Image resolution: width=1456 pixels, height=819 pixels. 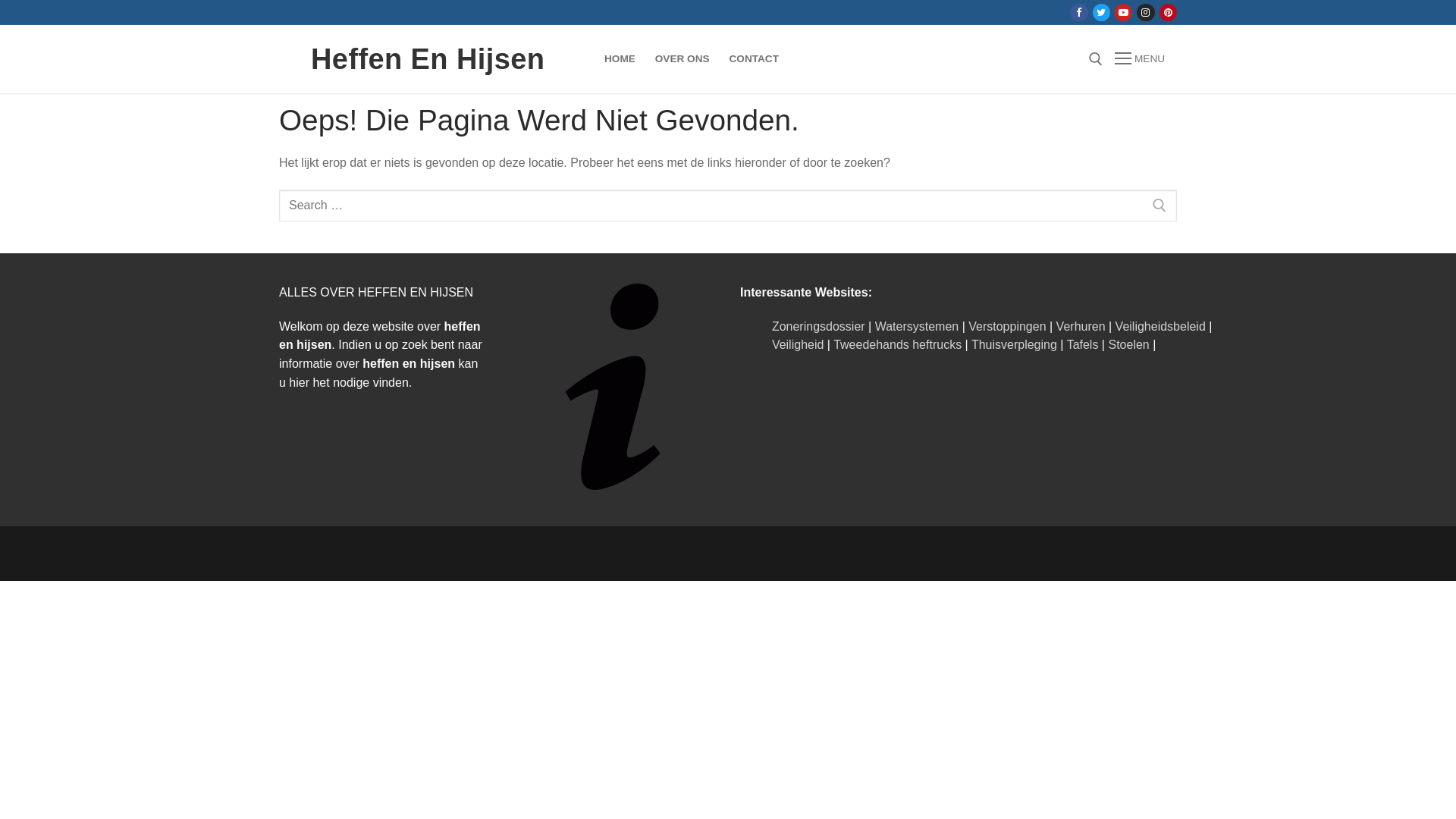 What do you see at coordinates (817, 325) in the screenshot?
I see `'Zoneringsdossier'` at bounding box center [817, 325].